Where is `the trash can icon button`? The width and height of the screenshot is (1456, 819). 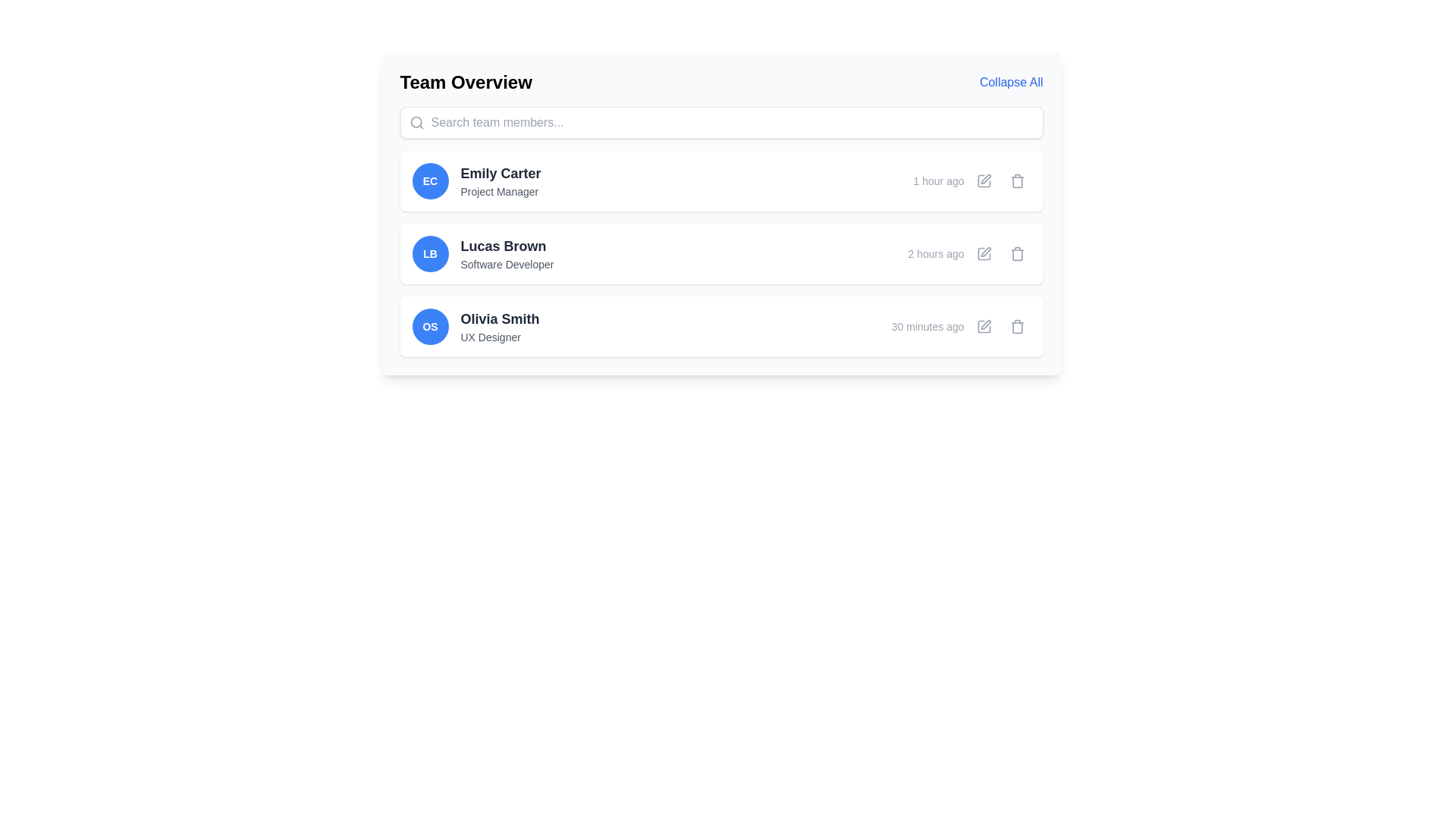
the trash can icon button is located at coordinates (1017, 180).